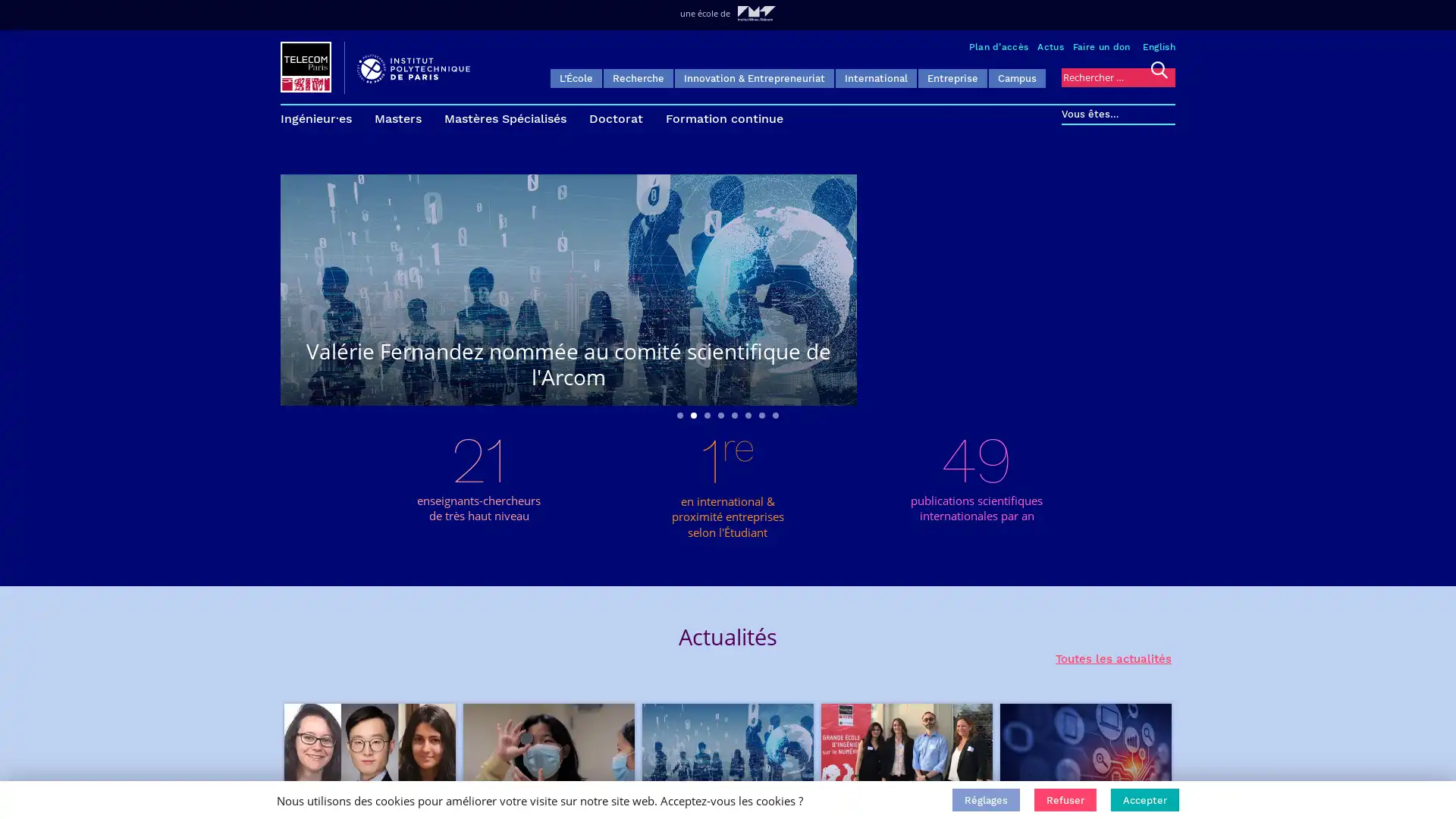  Describe the element at coordinates (1065, 799) in the screenshot. I see `Refuser` at that location.